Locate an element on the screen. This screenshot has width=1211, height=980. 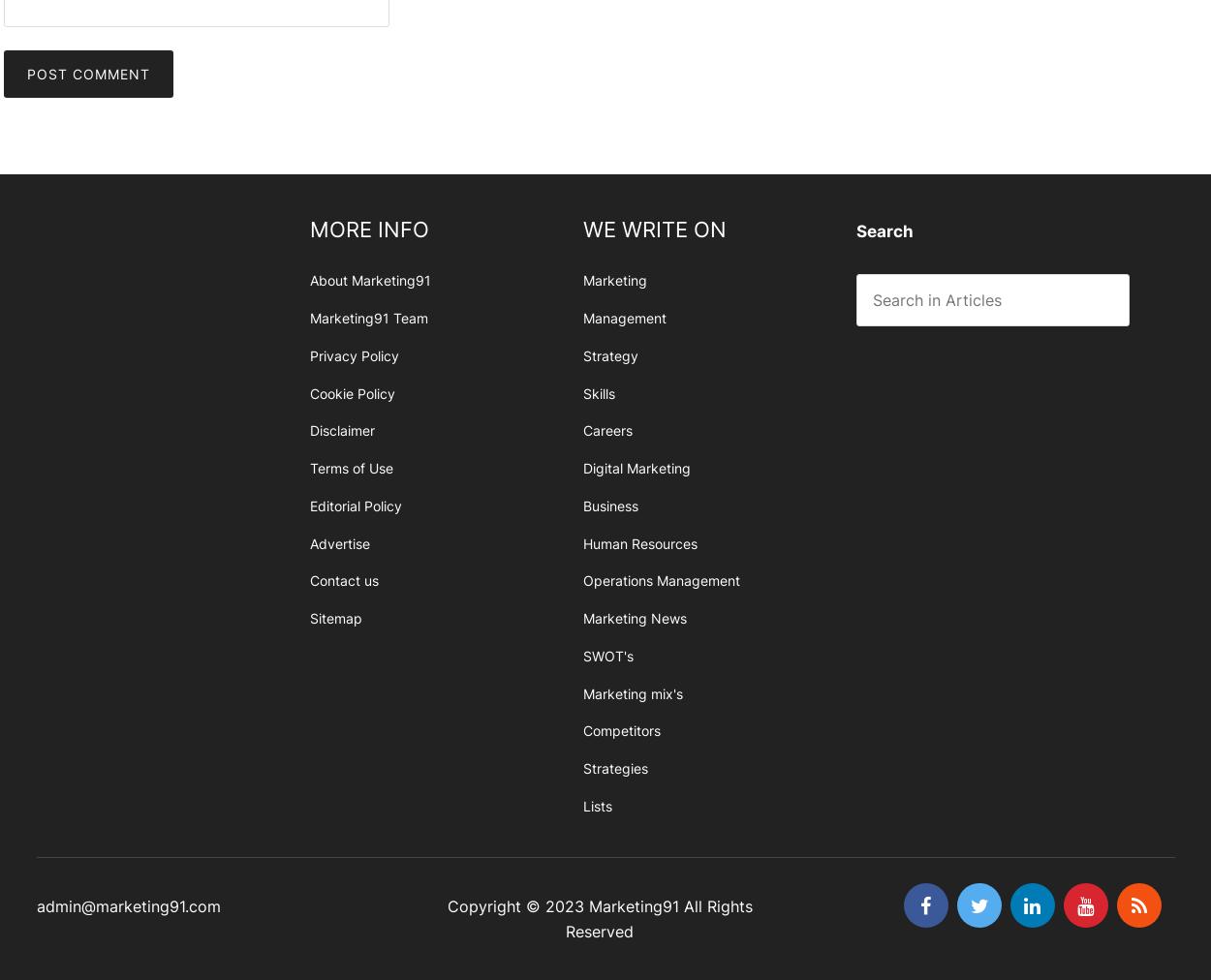
'Management' is located at coordinates (624, 317).